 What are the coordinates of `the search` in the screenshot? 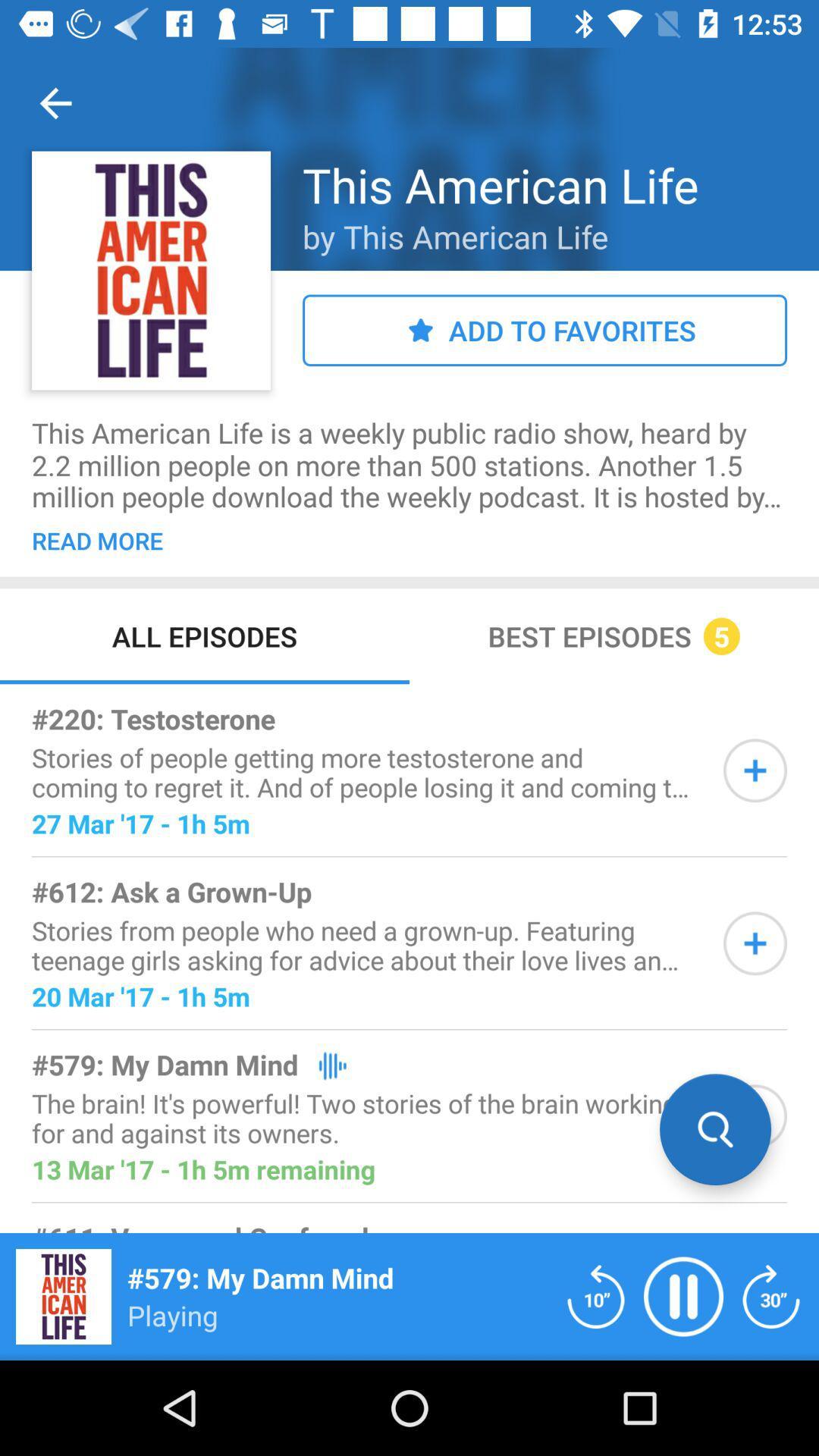 It's located at (755, 1116).